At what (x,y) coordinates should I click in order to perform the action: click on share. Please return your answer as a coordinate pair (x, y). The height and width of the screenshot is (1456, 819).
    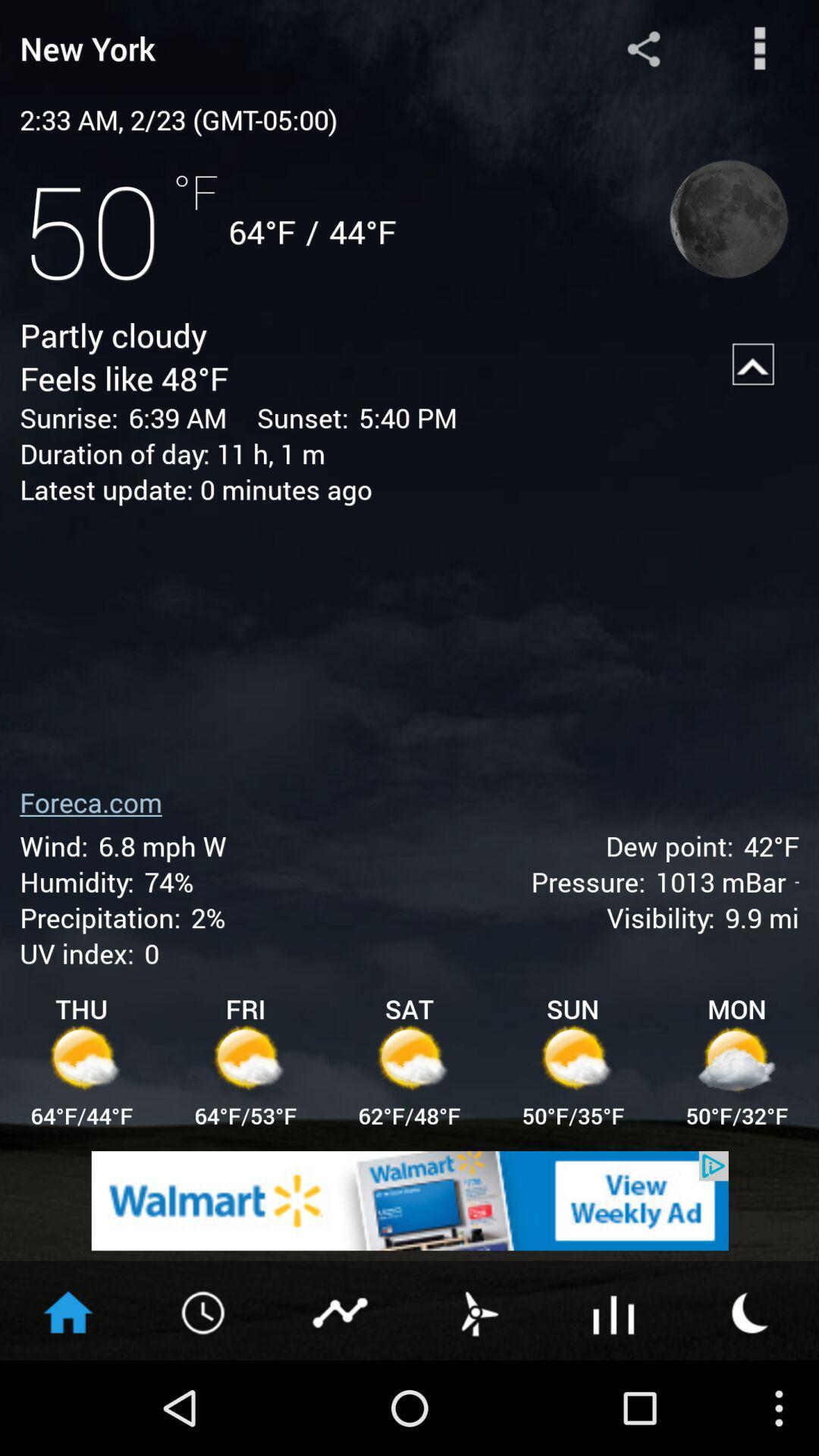
    Looking at the image, I should click on (643, 48).